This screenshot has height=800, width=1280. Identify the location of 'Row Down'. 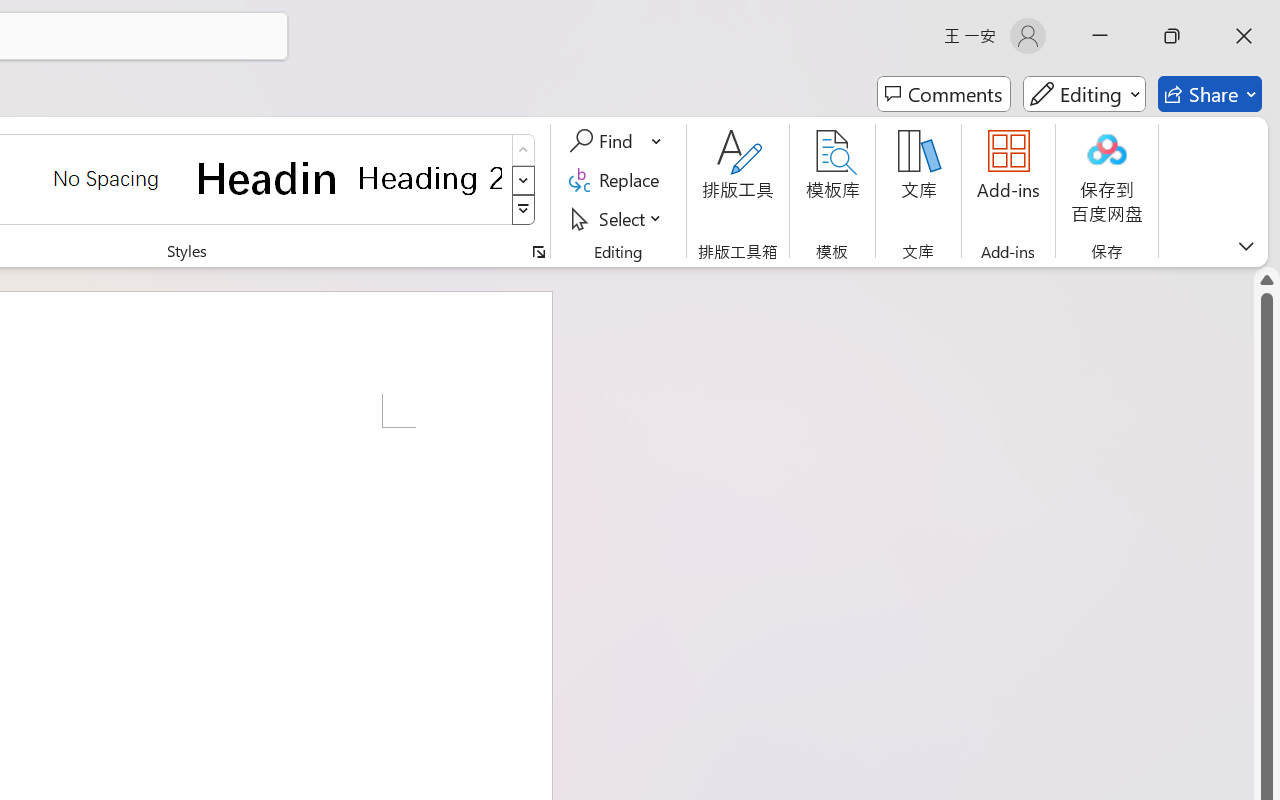
(523, 179).